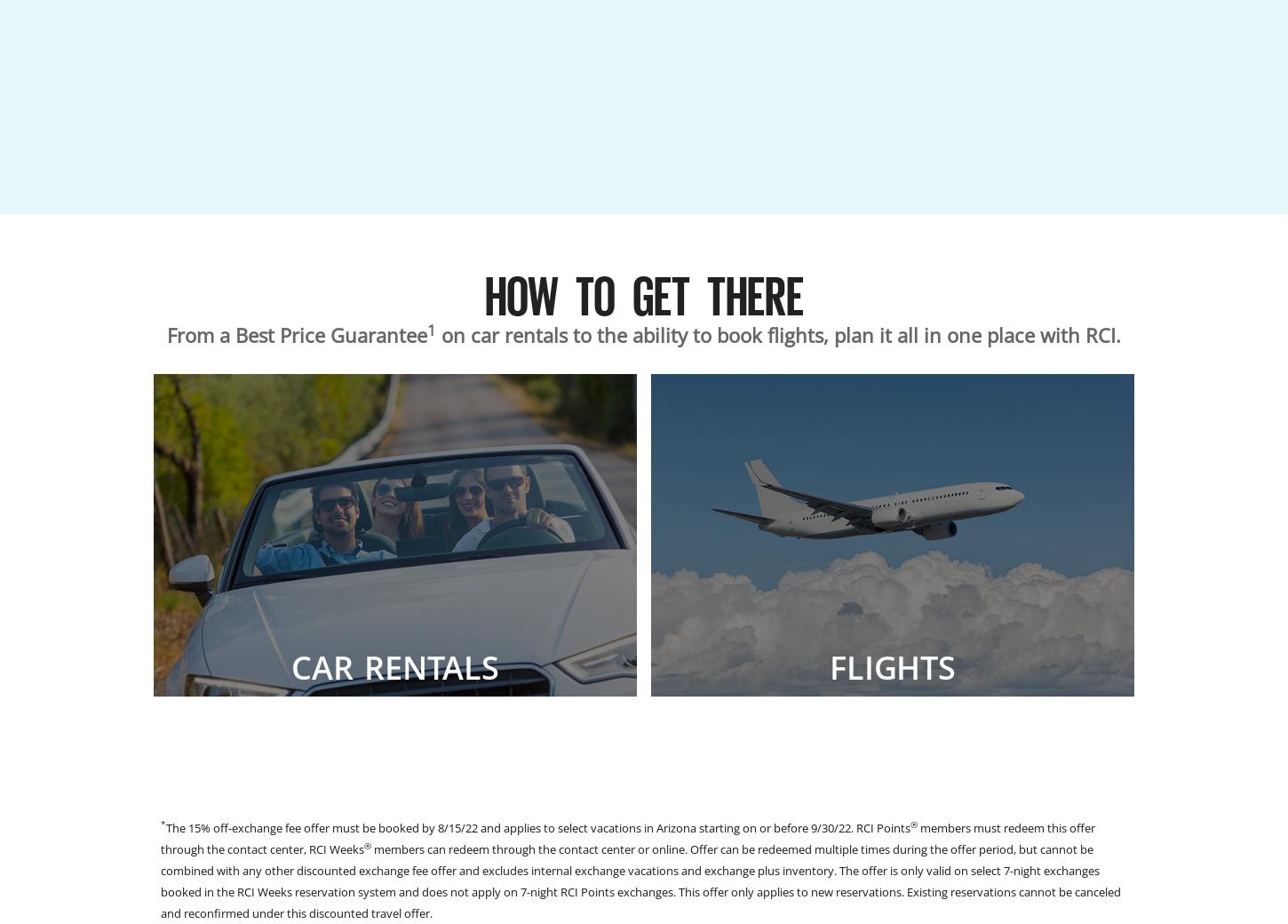 This screenshot has height=924, width=1288. Describe the element at coordinates (777, 334) in the screenshot. I see `'on car rentals to the ability to book flights, plan it all in one place with RCI.'` at that location.